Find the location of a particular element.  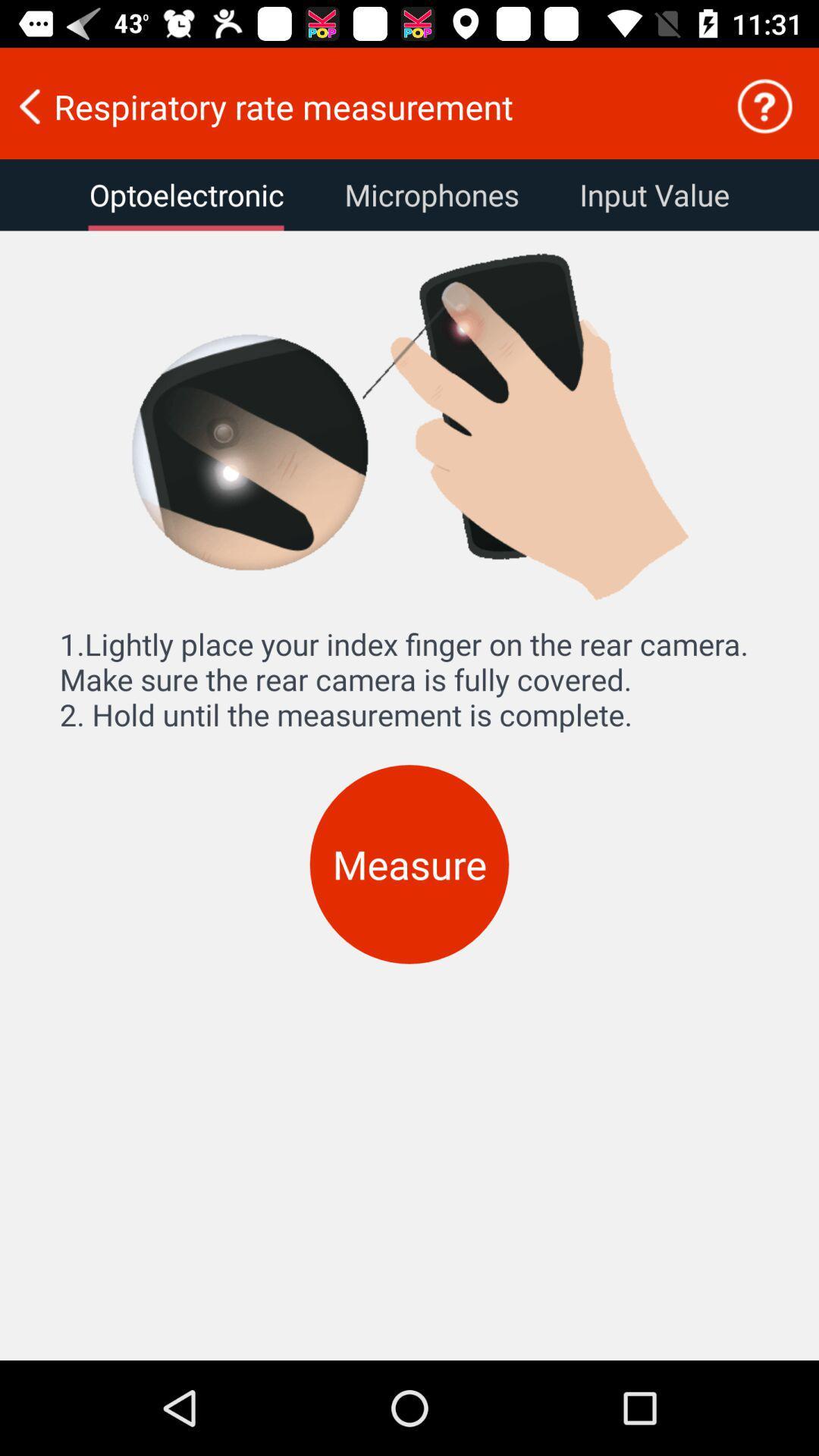

help to proceed is located at coordinates (764, 105).